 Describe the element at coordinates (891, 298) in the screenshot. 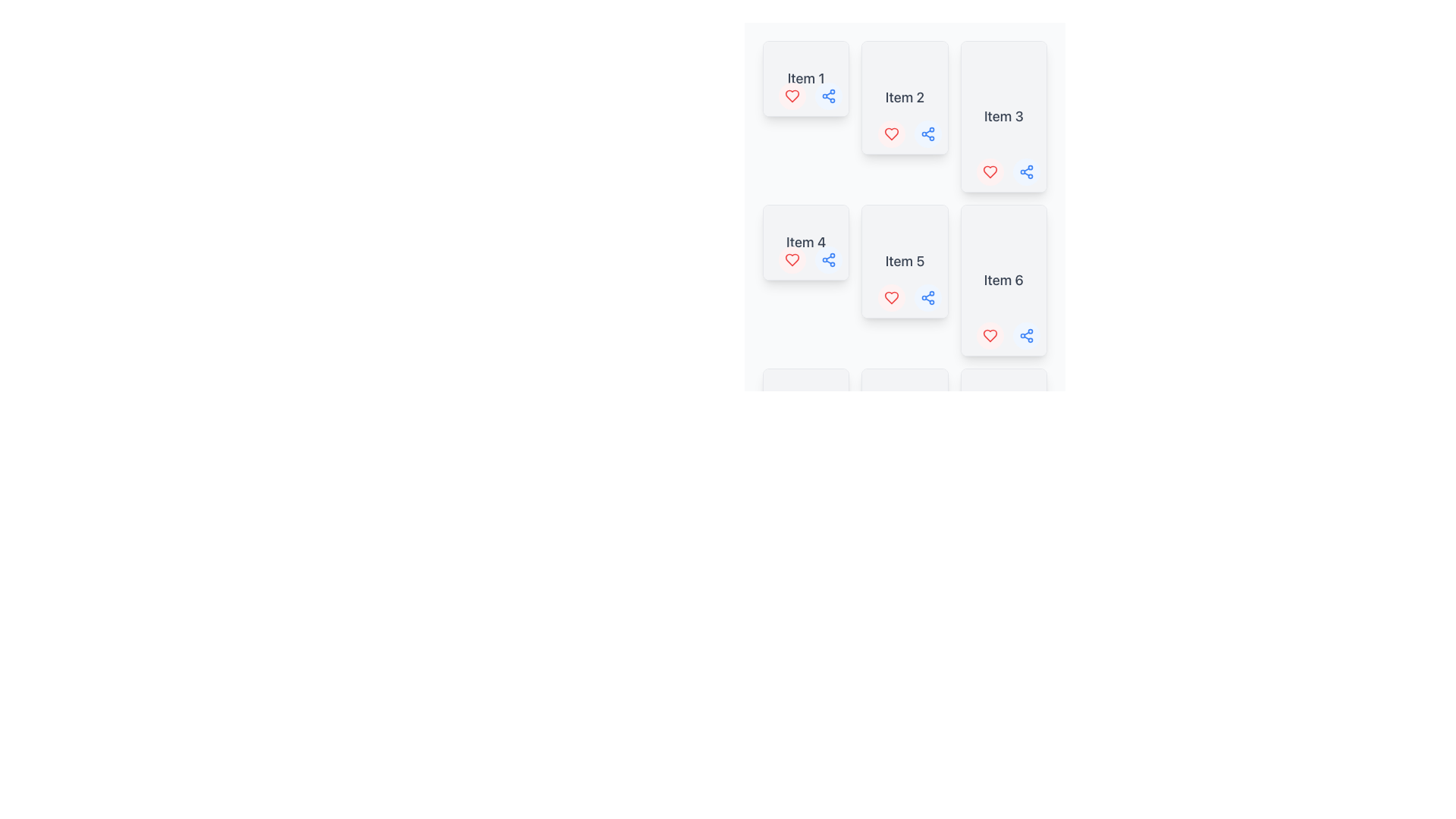

I see `the heart-shaped icon with a red border and a white background located at the bottom left of the card labeled 'Item 5' to favorite/unfavorite` at that location.